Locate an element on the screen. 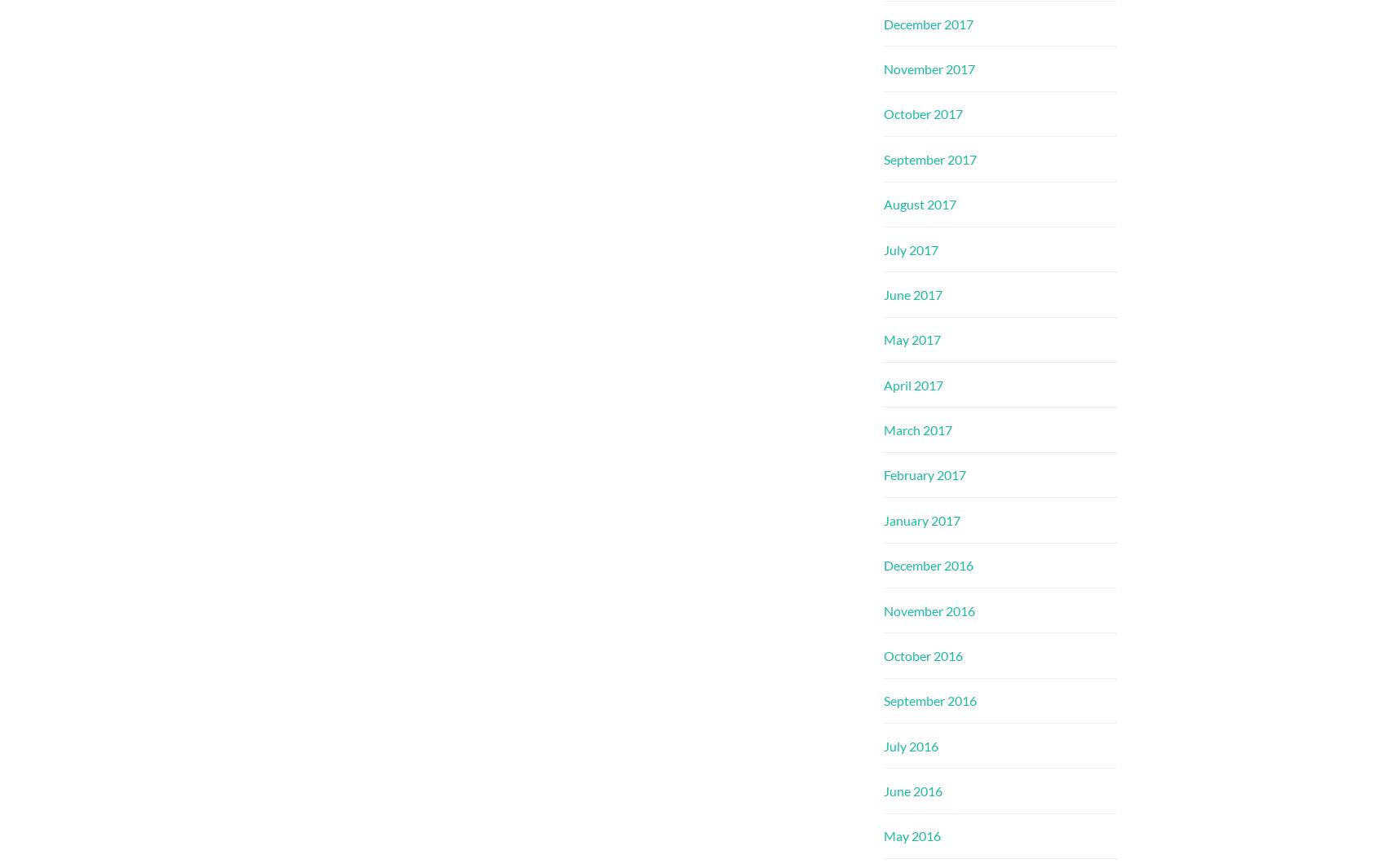 Image resolution: width=1386 pixels, height=868 pixels. 'October 2016' is located at coordinates (923, 654).